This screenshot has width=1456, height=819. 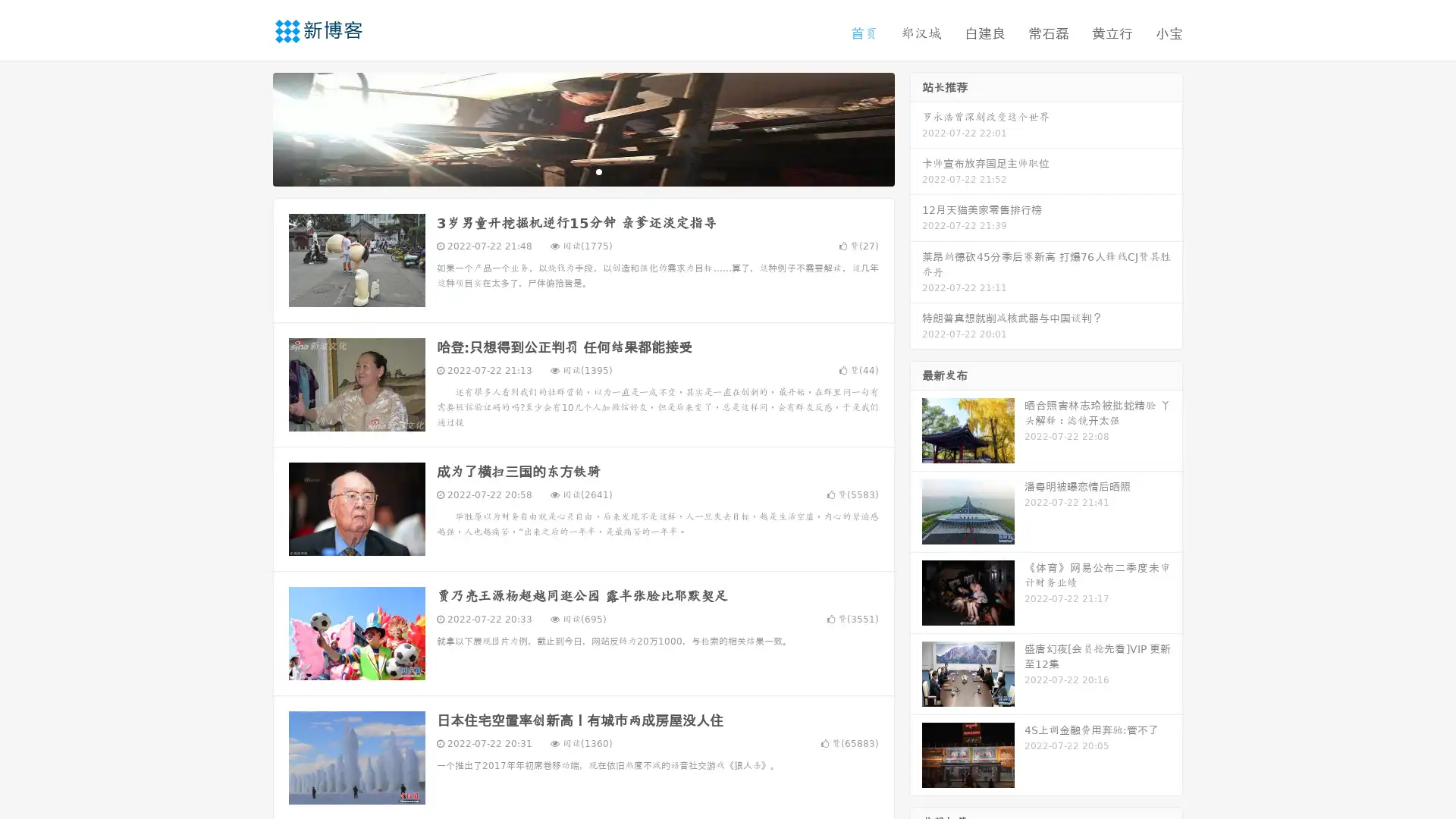 What do you see at coordinates (598, 171) in the screenshot?
I see `Go to slide 3` at bounding box center [598, 171].